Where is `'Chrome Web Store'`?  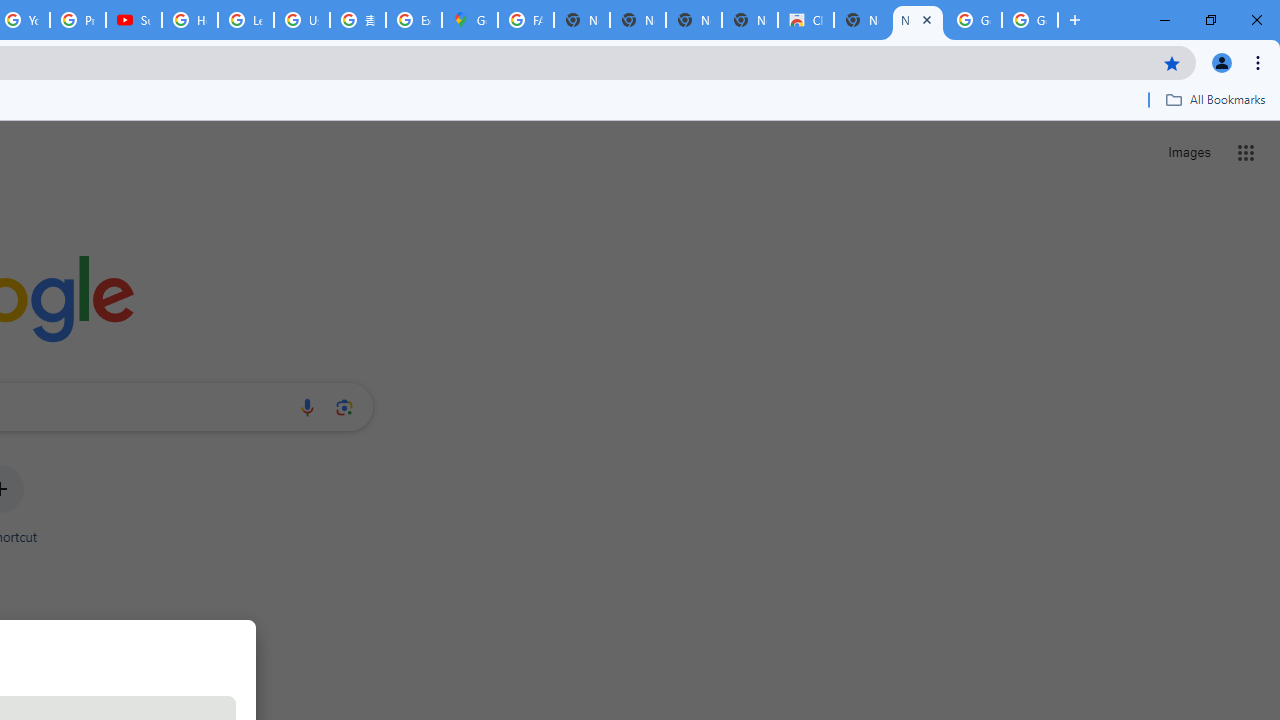
'Chrome Web Store' is located at coordinates (806, 20).